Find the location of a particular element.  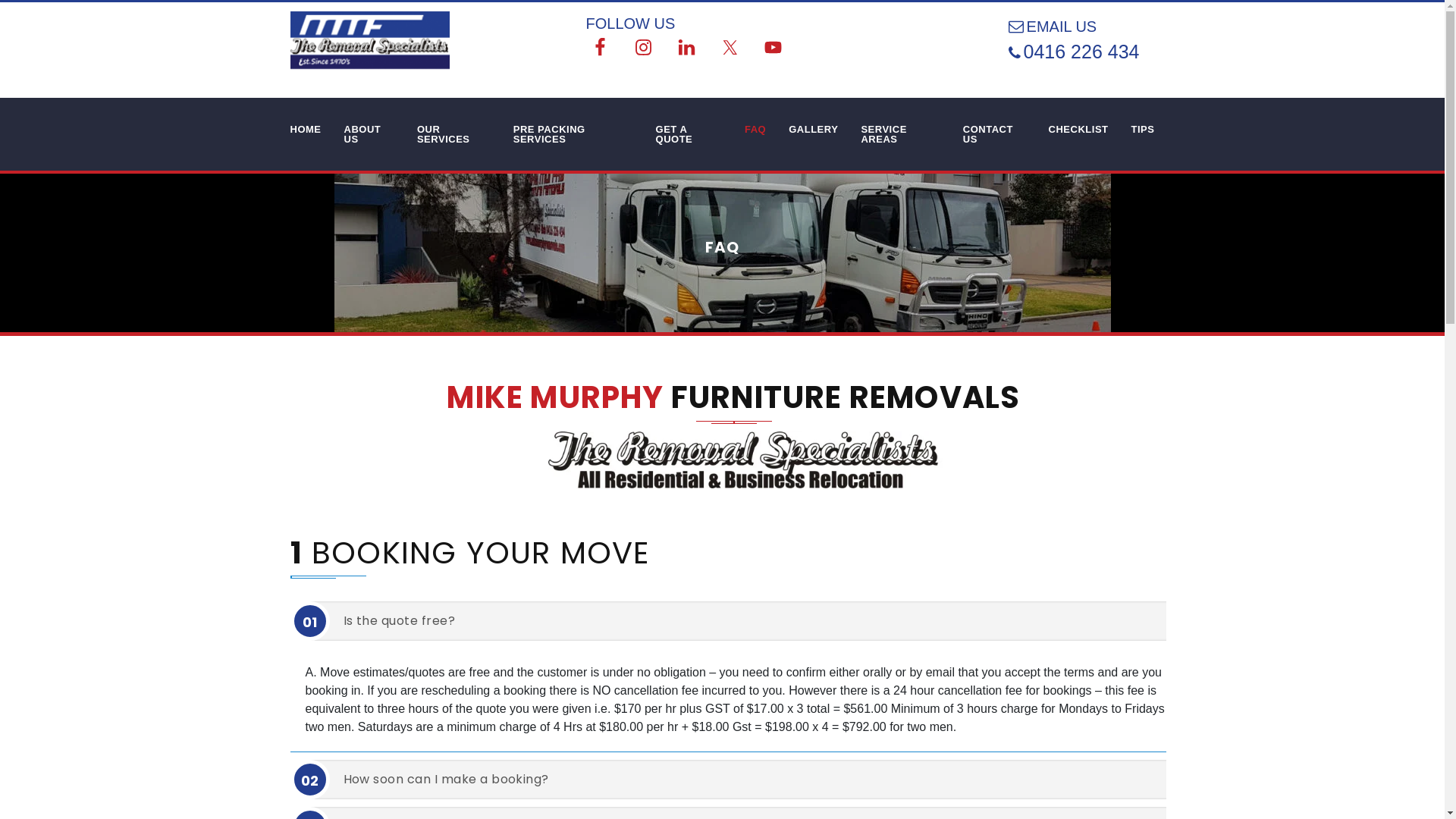

'PRE PACKING SERVICES' is located at coordinates (572, 133).